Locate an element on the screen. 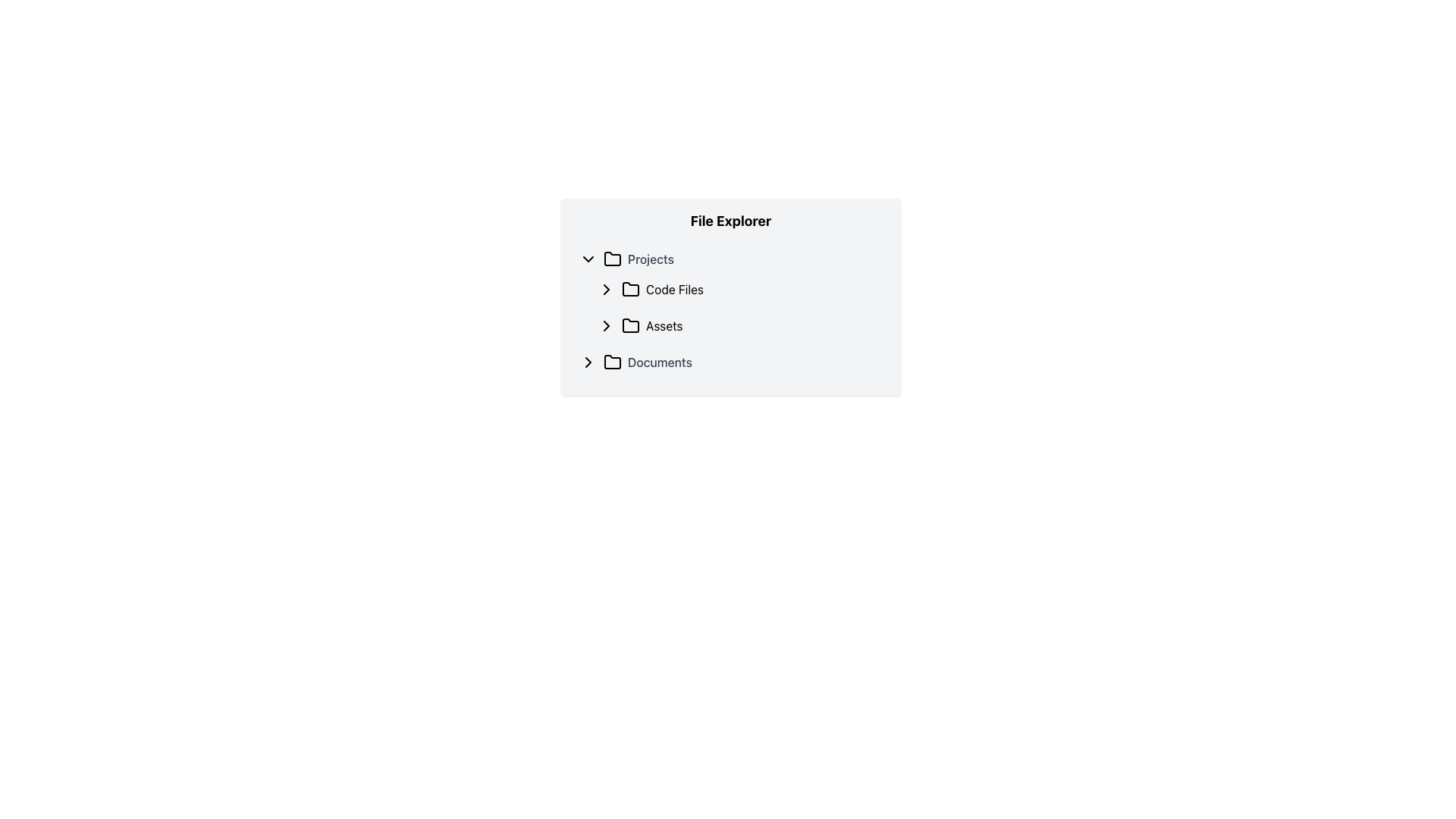 The height and width of the screenshot is (819, 1456). the Chevron icon that indicates expand/collapse functionality for the 'Code Files' list item in the File Explorer UI is located at coordinates (588, 362).